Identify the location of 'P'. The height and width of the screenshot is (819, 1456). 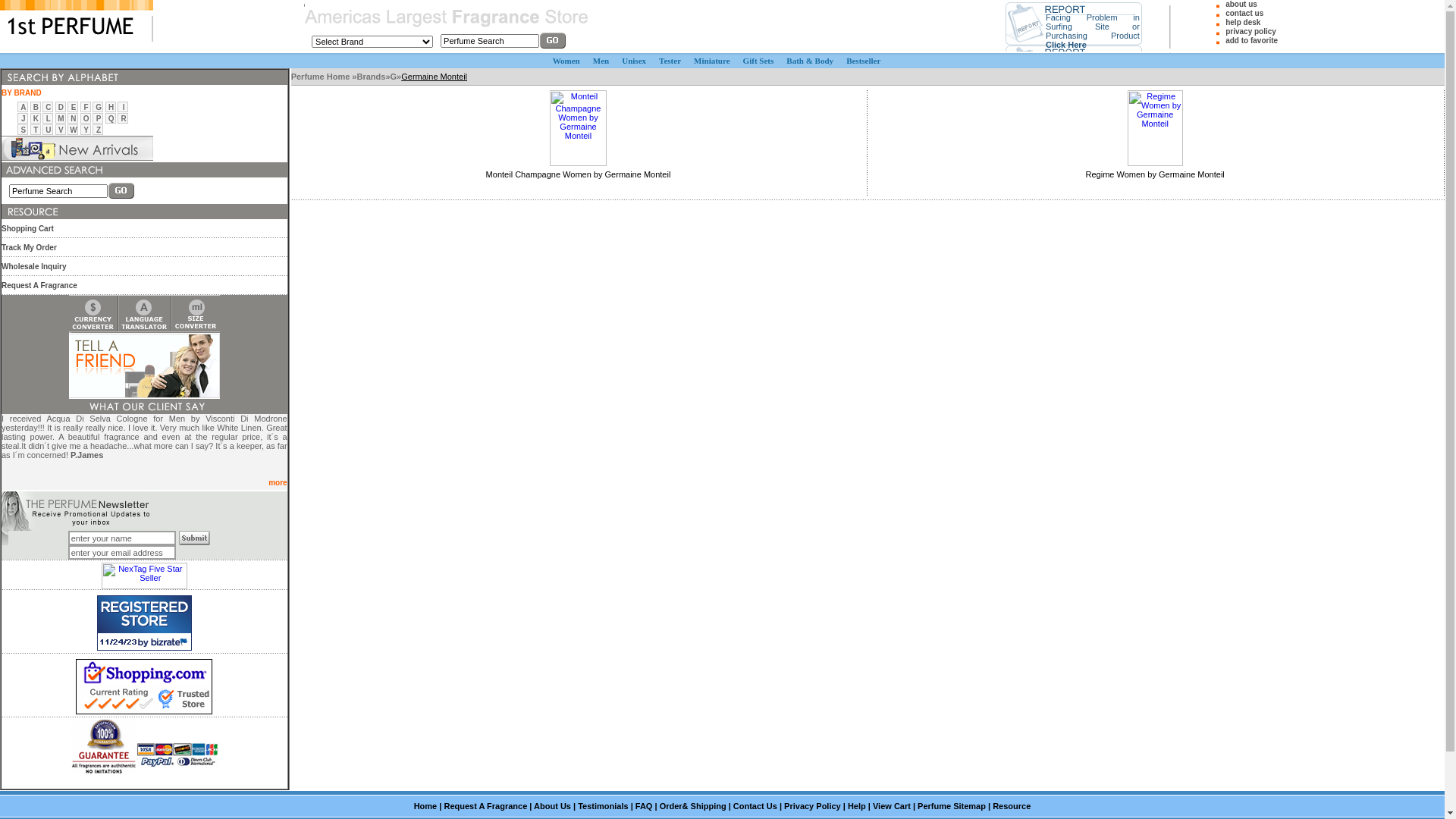
(98, 117).